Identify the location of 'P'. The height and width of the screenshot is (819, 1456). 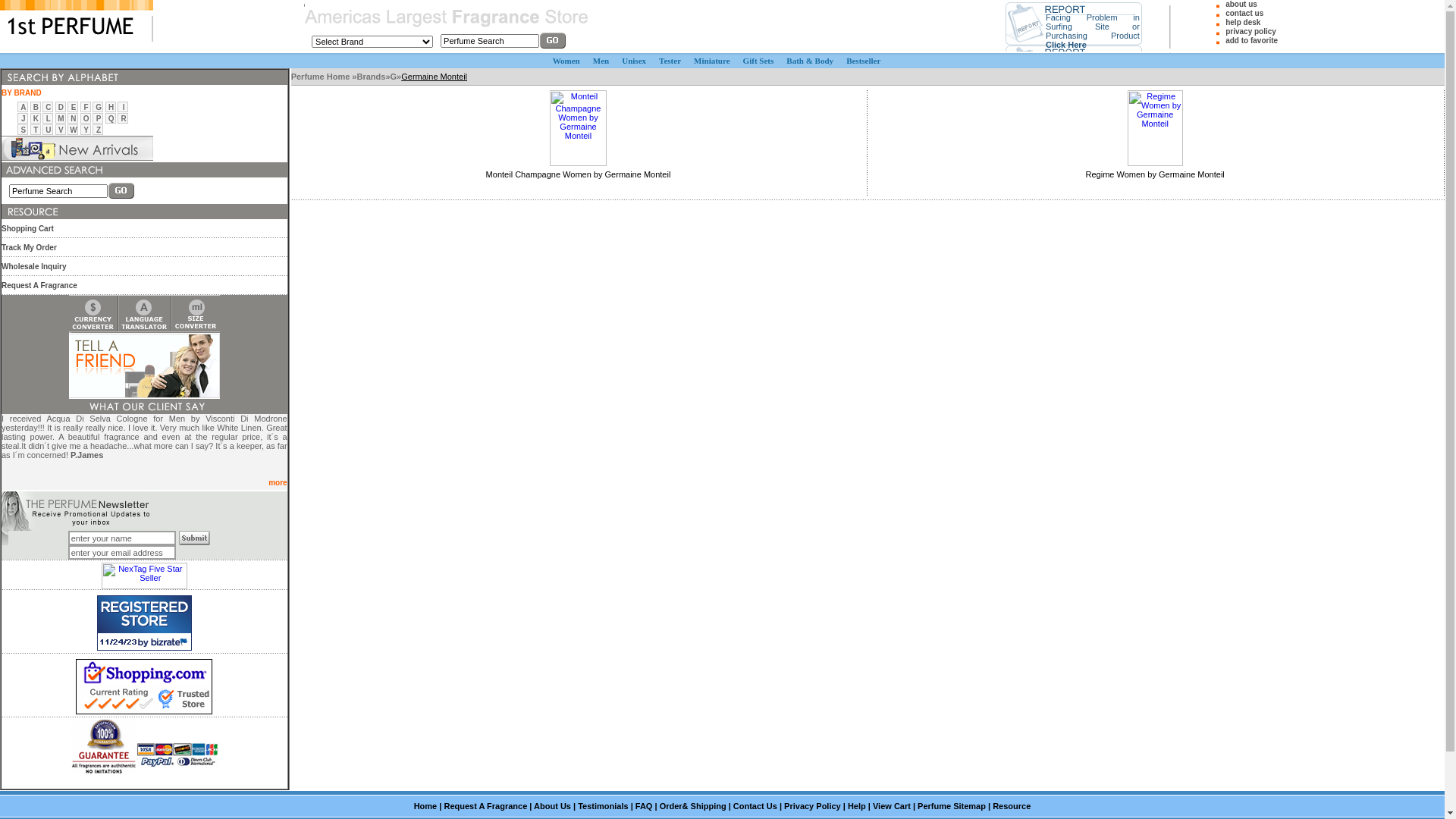
(98, 117).